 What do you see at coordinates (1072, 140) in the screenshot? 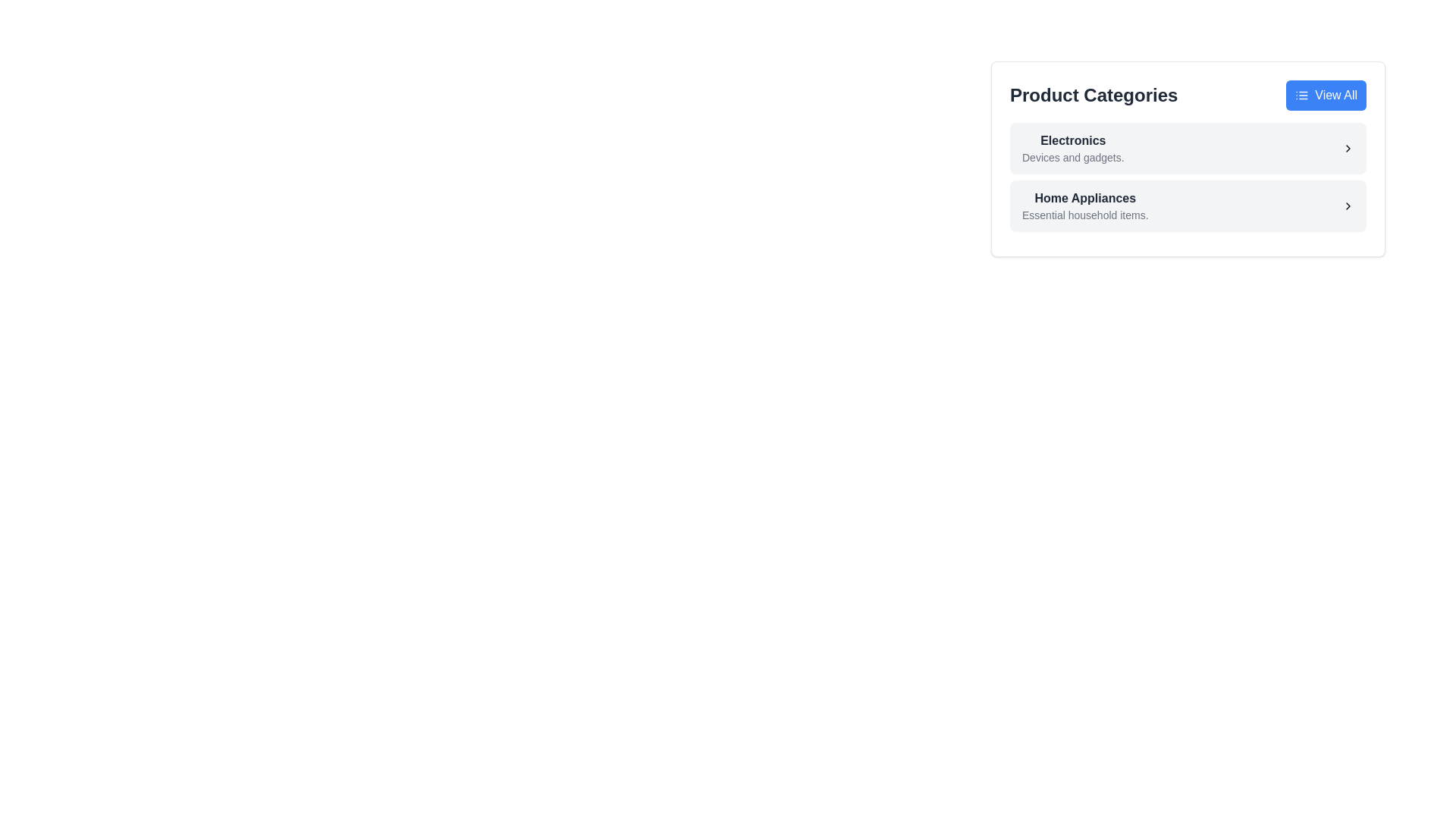
I see `the 'Electronics' text label which is displayed in bold dark gray font, located at the top row of the 'Product Categories' section` at bounding box center [1072, 140].